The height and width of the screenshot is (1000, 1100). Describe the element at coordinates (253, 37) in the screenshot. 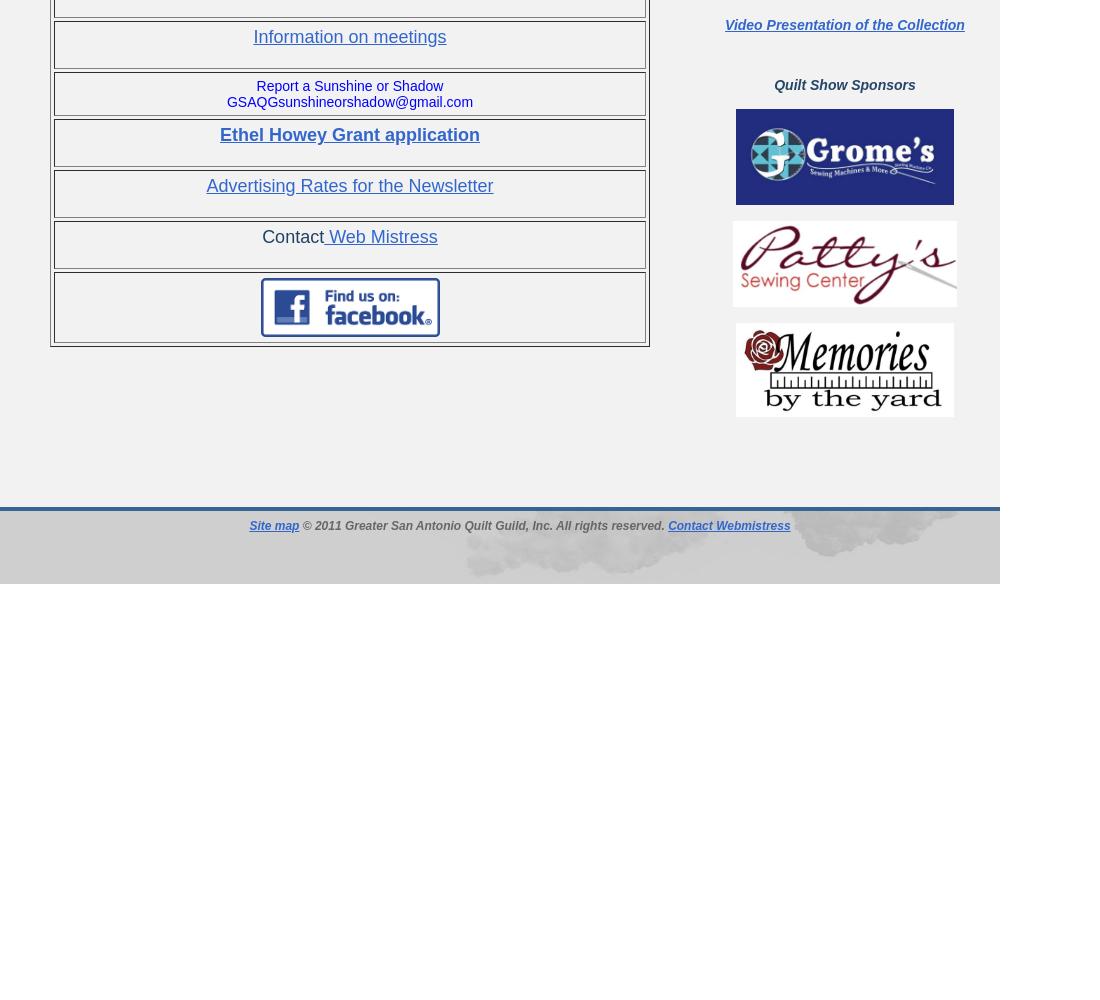

I see `'Information on meetings'` at that location.